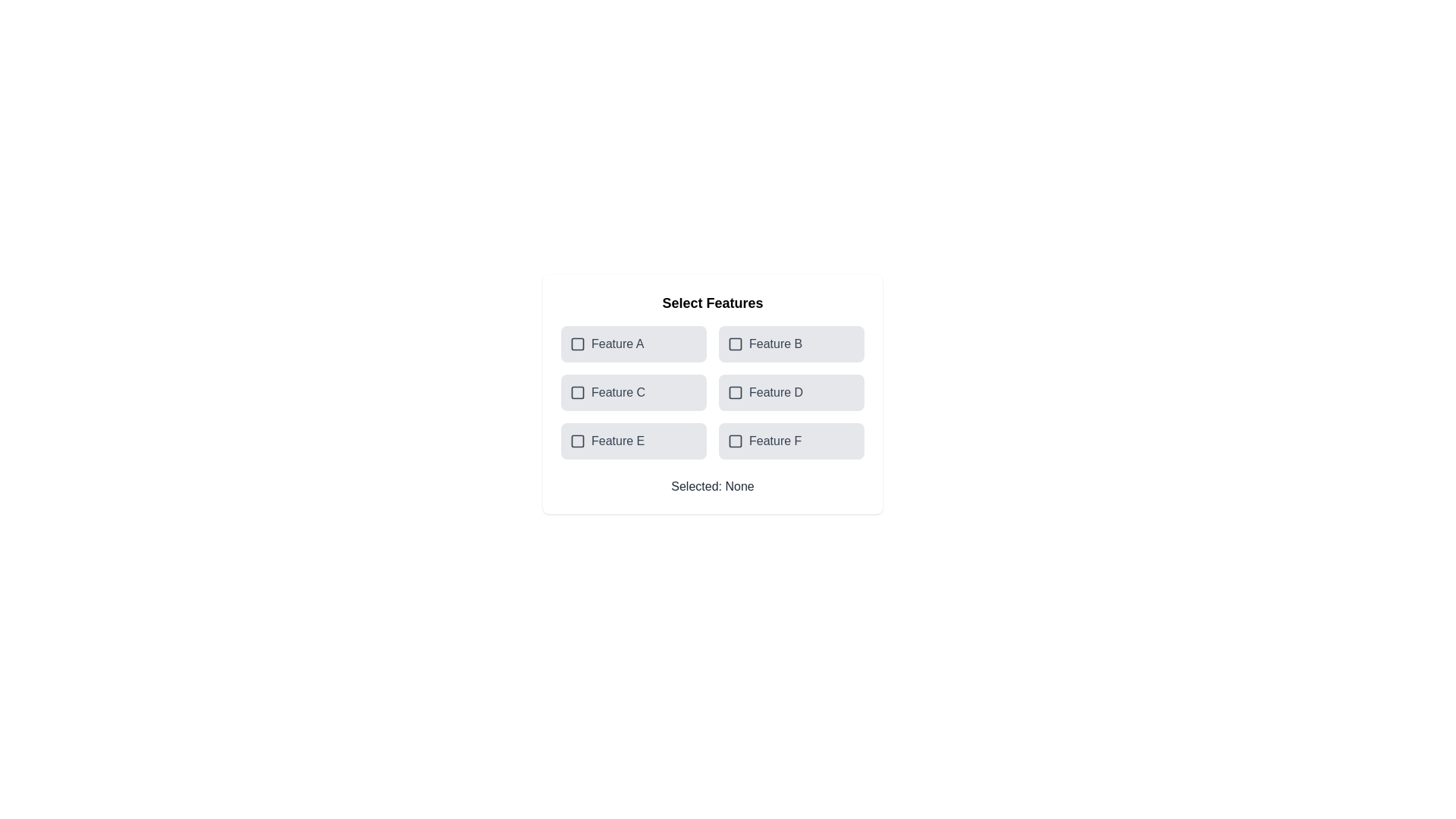 The height and width of the screenshot is (819, 1456). I want to click on the hollow square checkbox located next to 'Feature D', so click(735, 391).